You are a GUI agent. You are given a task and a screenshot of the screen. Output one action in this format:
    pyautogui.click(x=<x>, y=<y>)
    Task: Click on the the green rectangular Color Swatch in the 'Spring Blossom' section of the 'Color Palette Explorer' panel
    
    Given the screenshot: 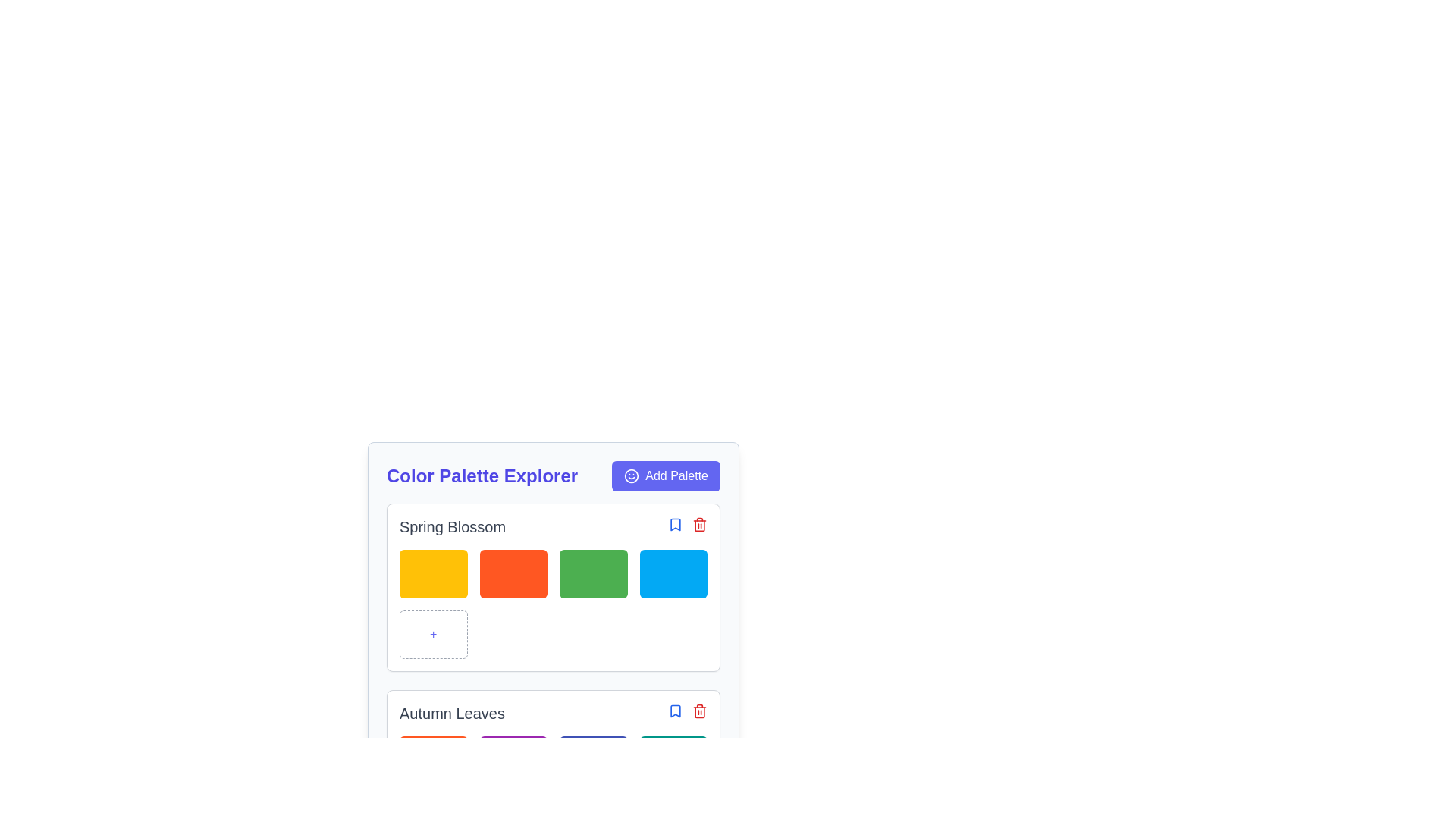 What is the action you would take?
    pyautogui.click(x=592, y=573)
    